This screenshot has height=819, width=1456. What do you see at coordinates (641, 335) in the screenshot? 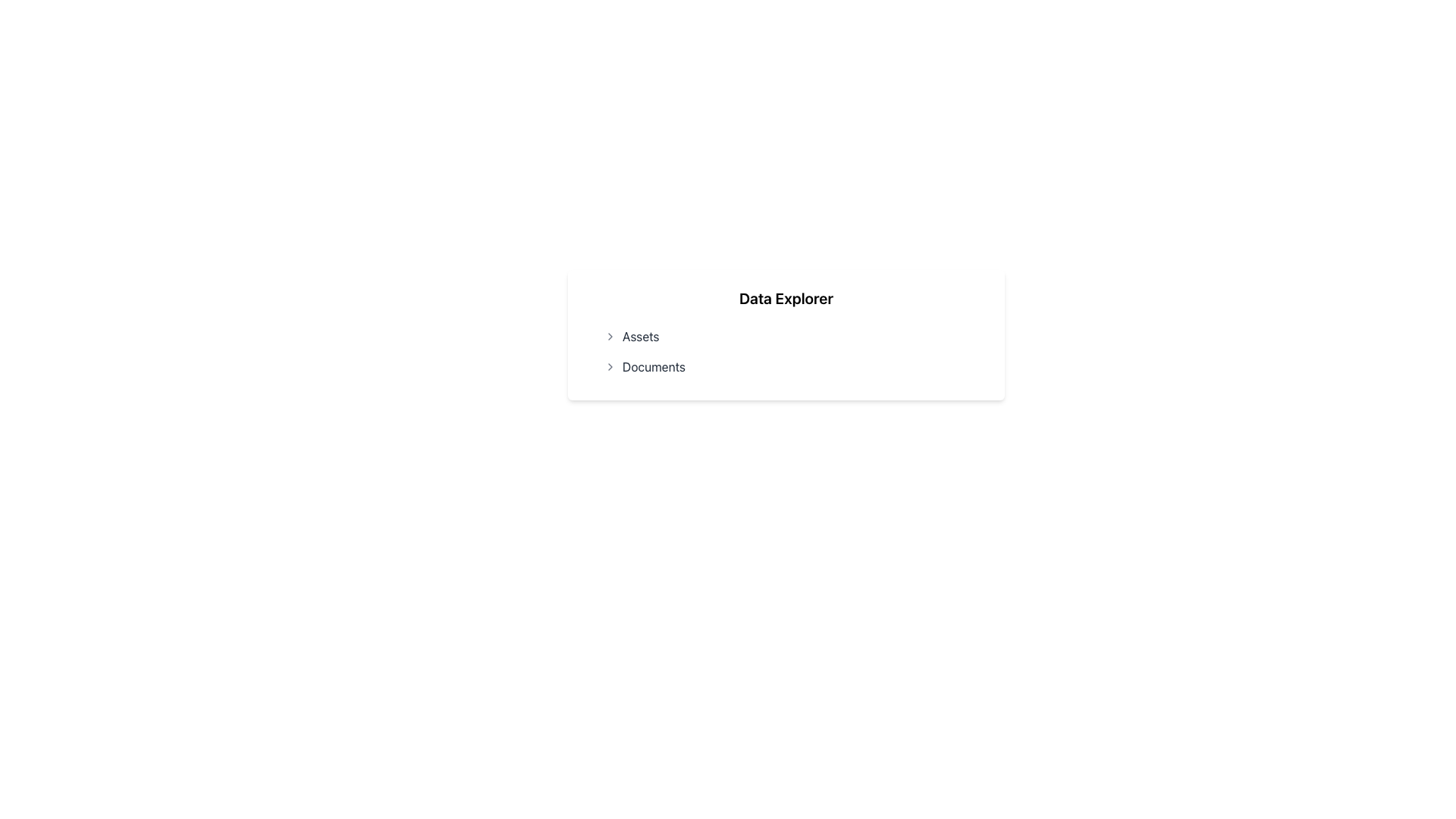
I see `the 'Assets' text label, which is styled in gray and is the first item in the vertical list under the 'Data Explorer' heading` at bounding box center [641, 335].